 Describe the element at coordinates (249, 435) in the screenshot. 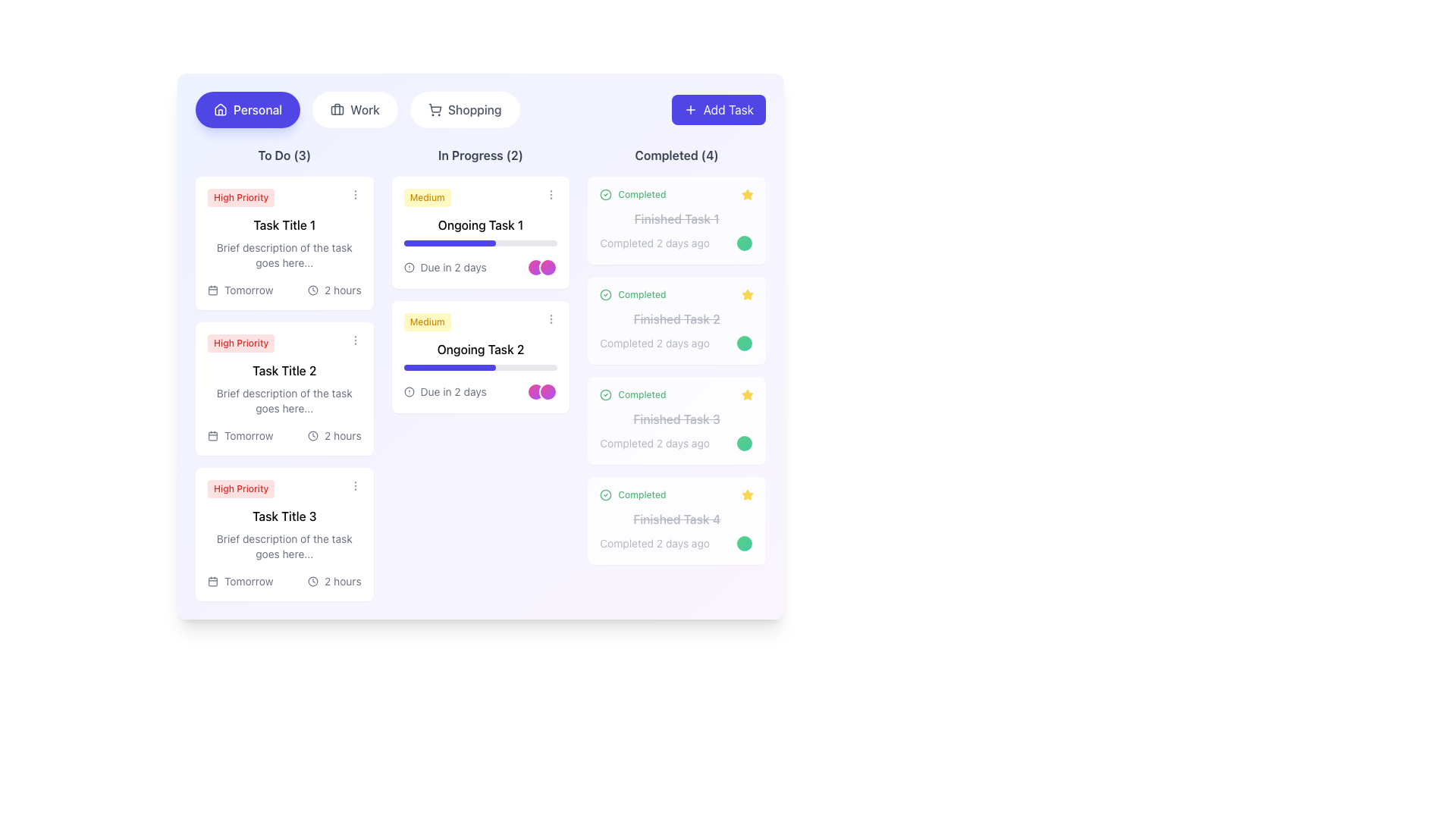

I see `text label displaying 'Tomorrow' which is located in the 'To Do' column under the second task card labeled 'Task Title 2', positioned below the task description and next to the calendar icon` at that location.